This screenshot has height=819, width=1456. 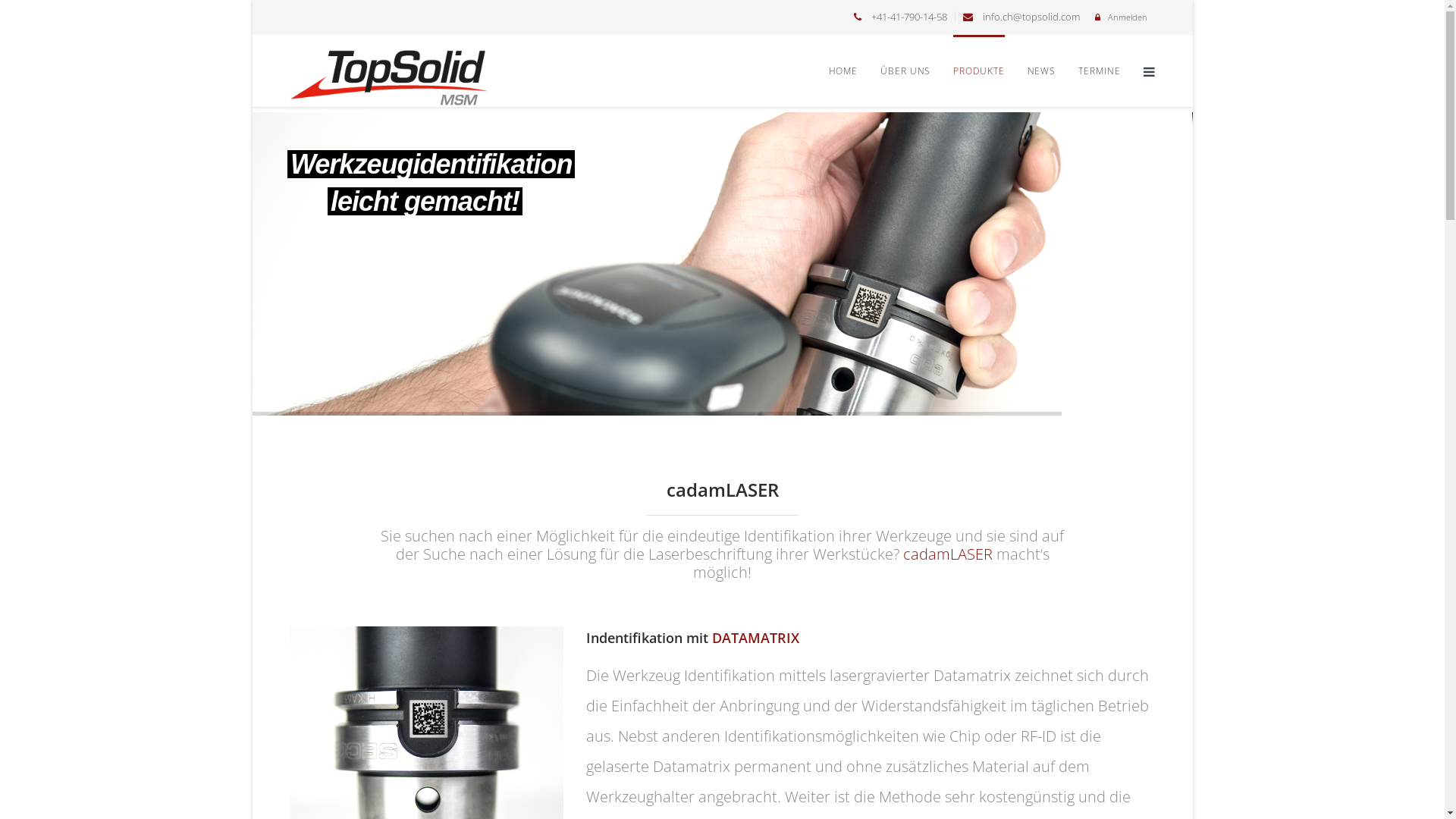 What do you see at coordinates (870, 17) in the screenshot?
I see `'+41-41-790-14-58'` at bounding box center [870, 17].